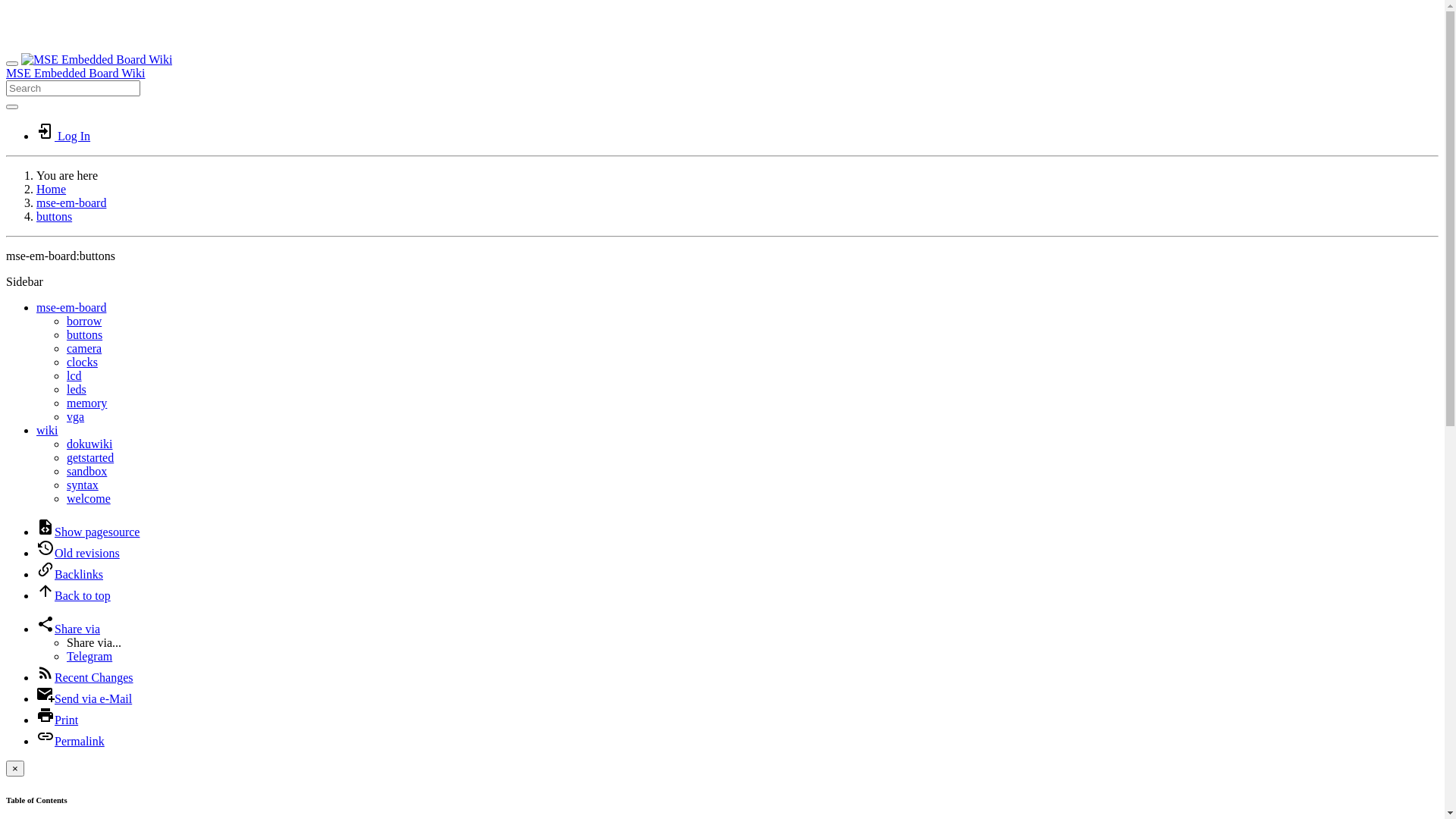  Describe the element at coordinates (65, 416) in the screenshot. I see `'vga'` at that location.